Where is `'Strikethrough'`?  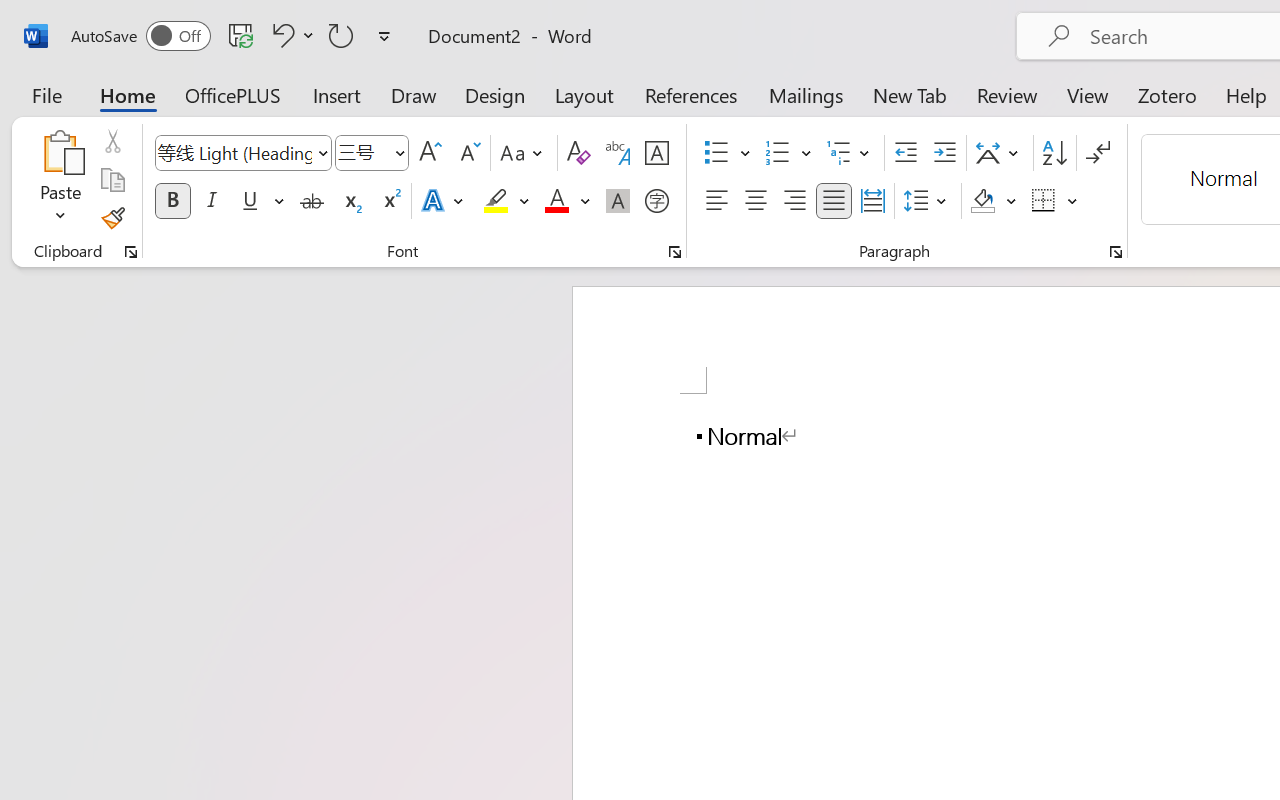
'Strikethrough' is located at coordinates (311, 201).